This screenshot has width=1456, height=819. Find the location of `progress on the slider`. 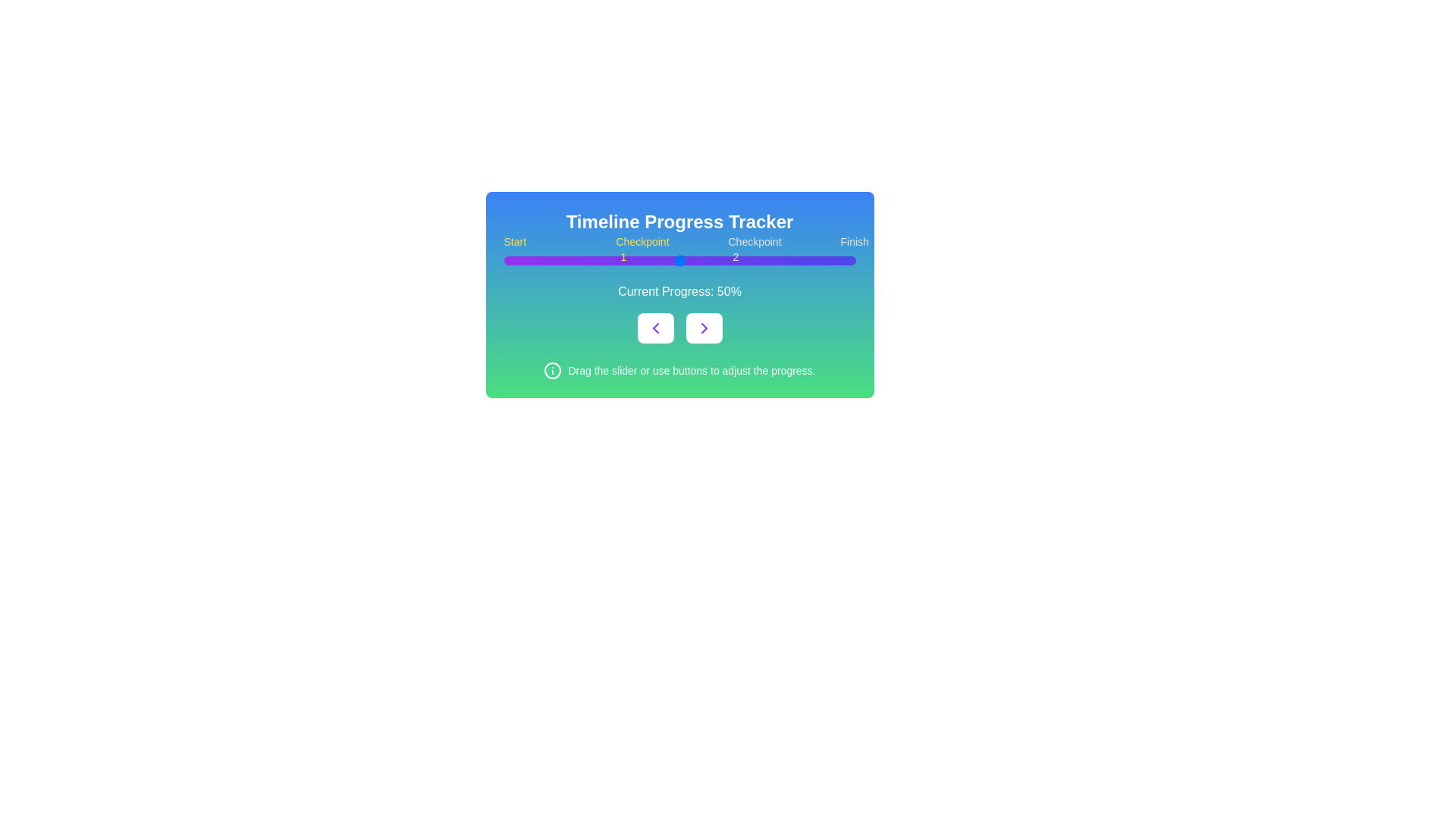

progress on the slider is located at coordinates (616, 259).